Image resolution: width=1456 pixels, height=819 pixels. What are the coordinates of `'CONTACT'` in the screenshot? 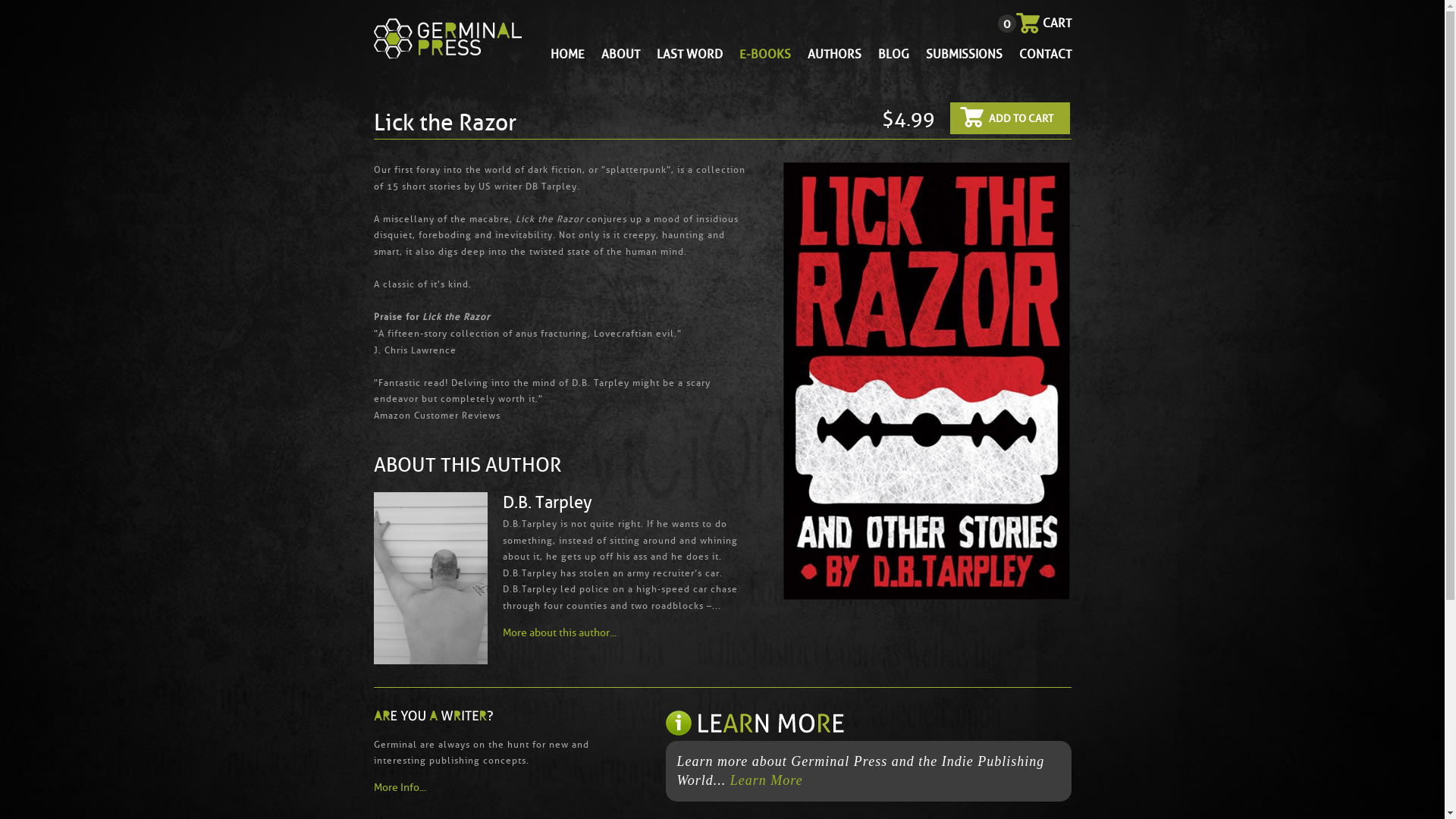 It's located at (1019, 53).